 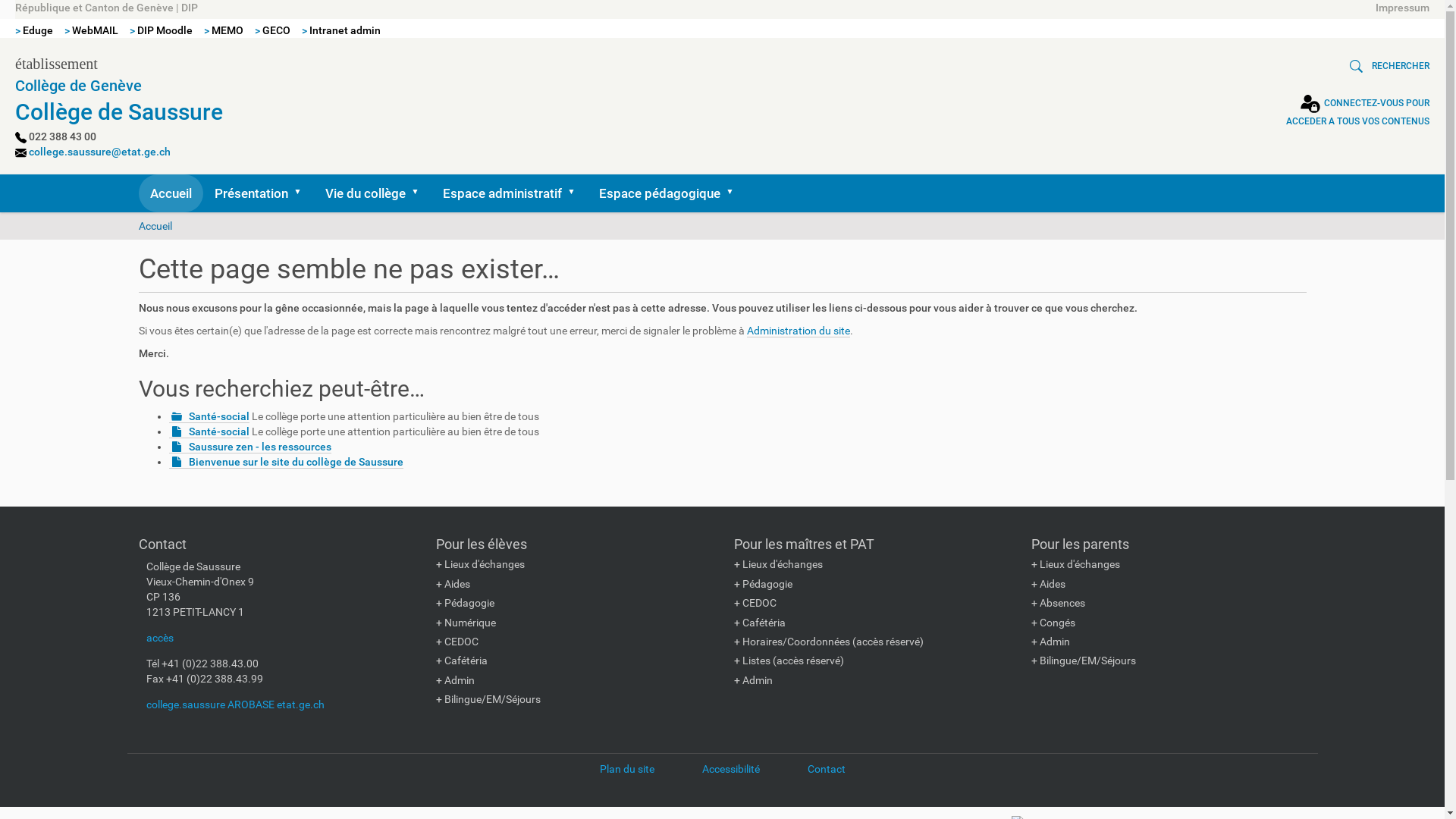 I want to click on '> Eduge', so click(x=14, y=30).